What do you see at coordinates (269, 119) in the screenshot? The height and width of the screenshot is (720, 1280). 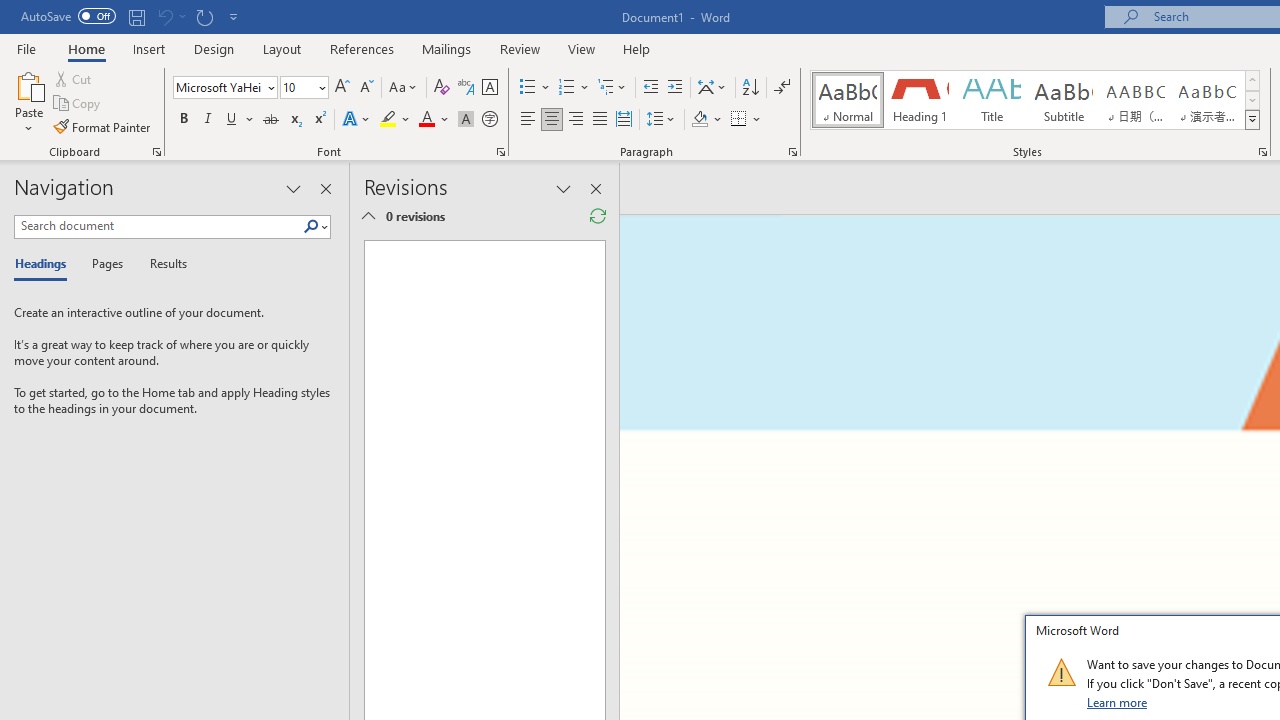 I see `'Strikethrough'` at bounding box center [269, 119].